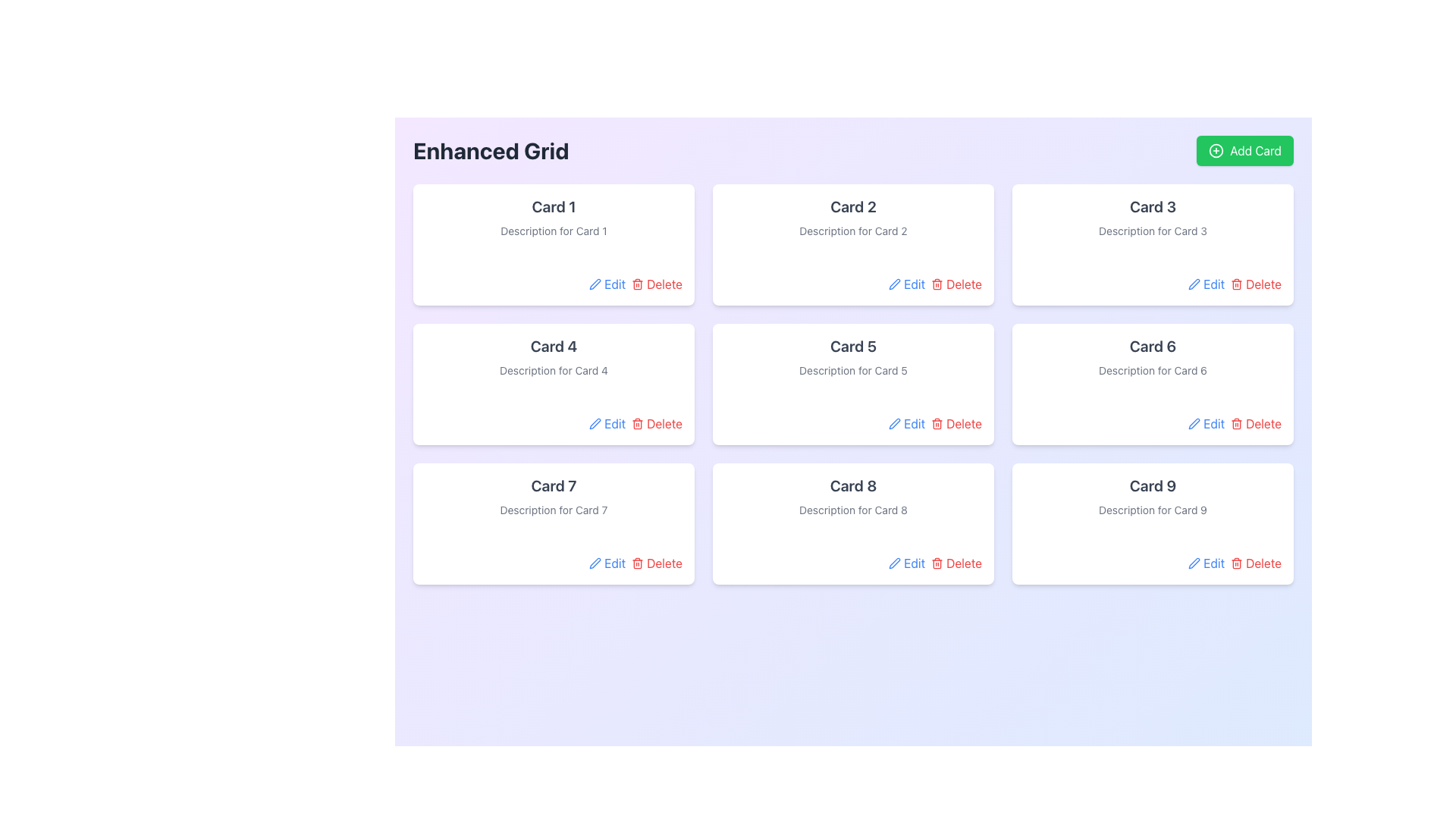 This screenshot has width=1456, height=819. Describe the element at coordinates (1194, 284) in the screenshot. I see `the icon located at the top-right corner of 'Card 3' to initiate editing mode` at that location.